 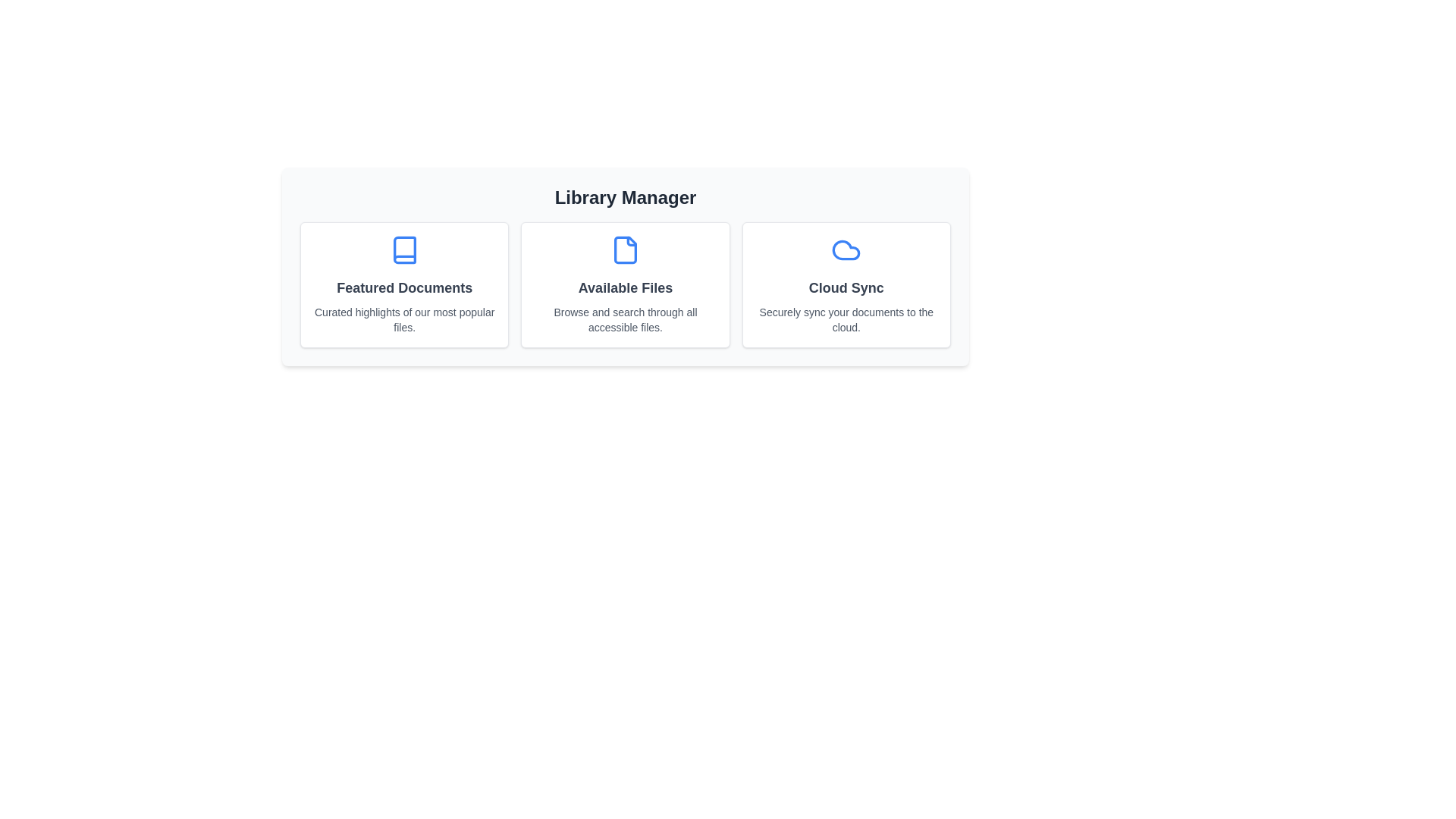 I want to click on the section card for Available Files, so click(x=626, y=284).